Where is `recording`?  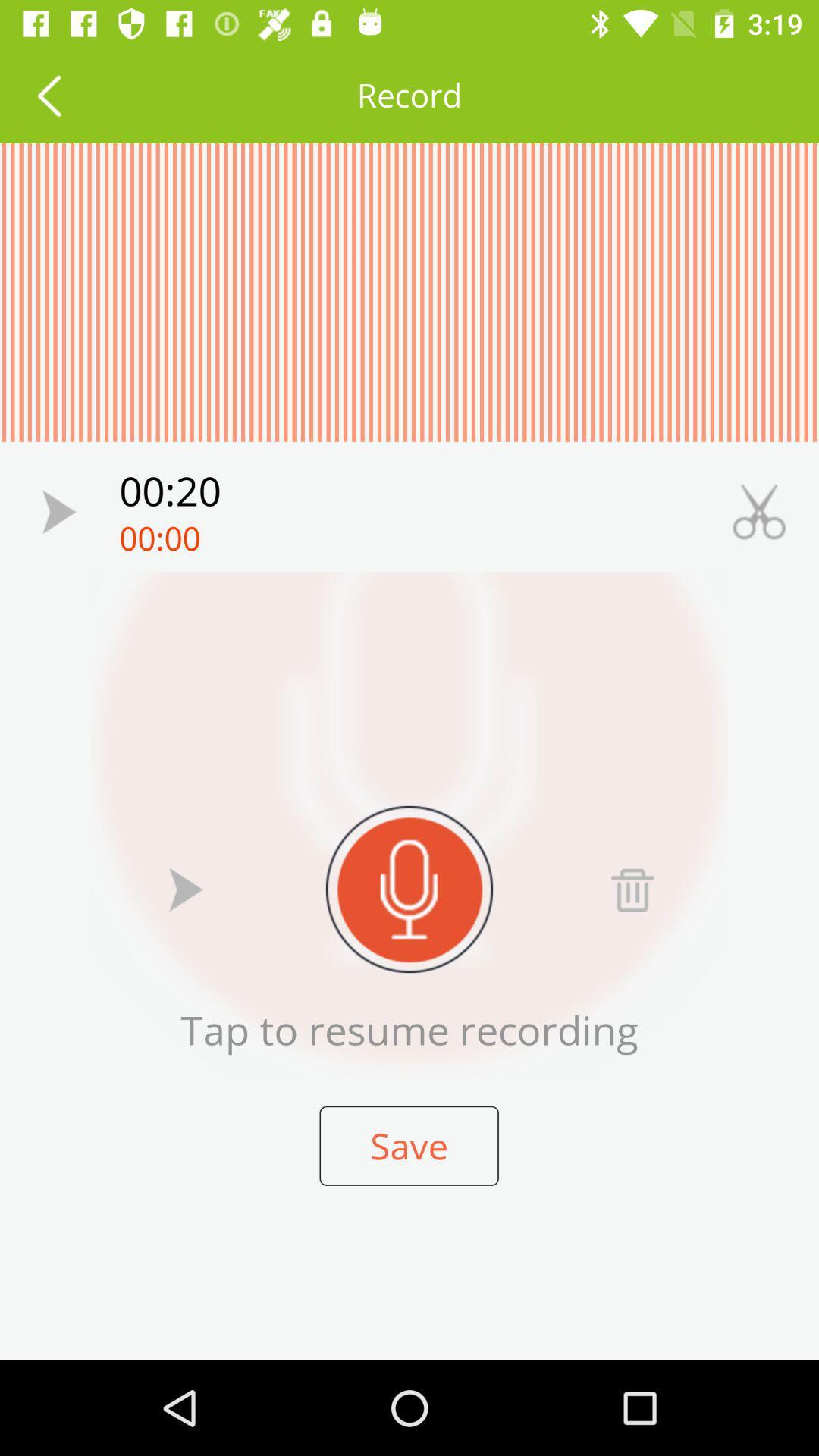
recording is located at coordinates (58, 512).